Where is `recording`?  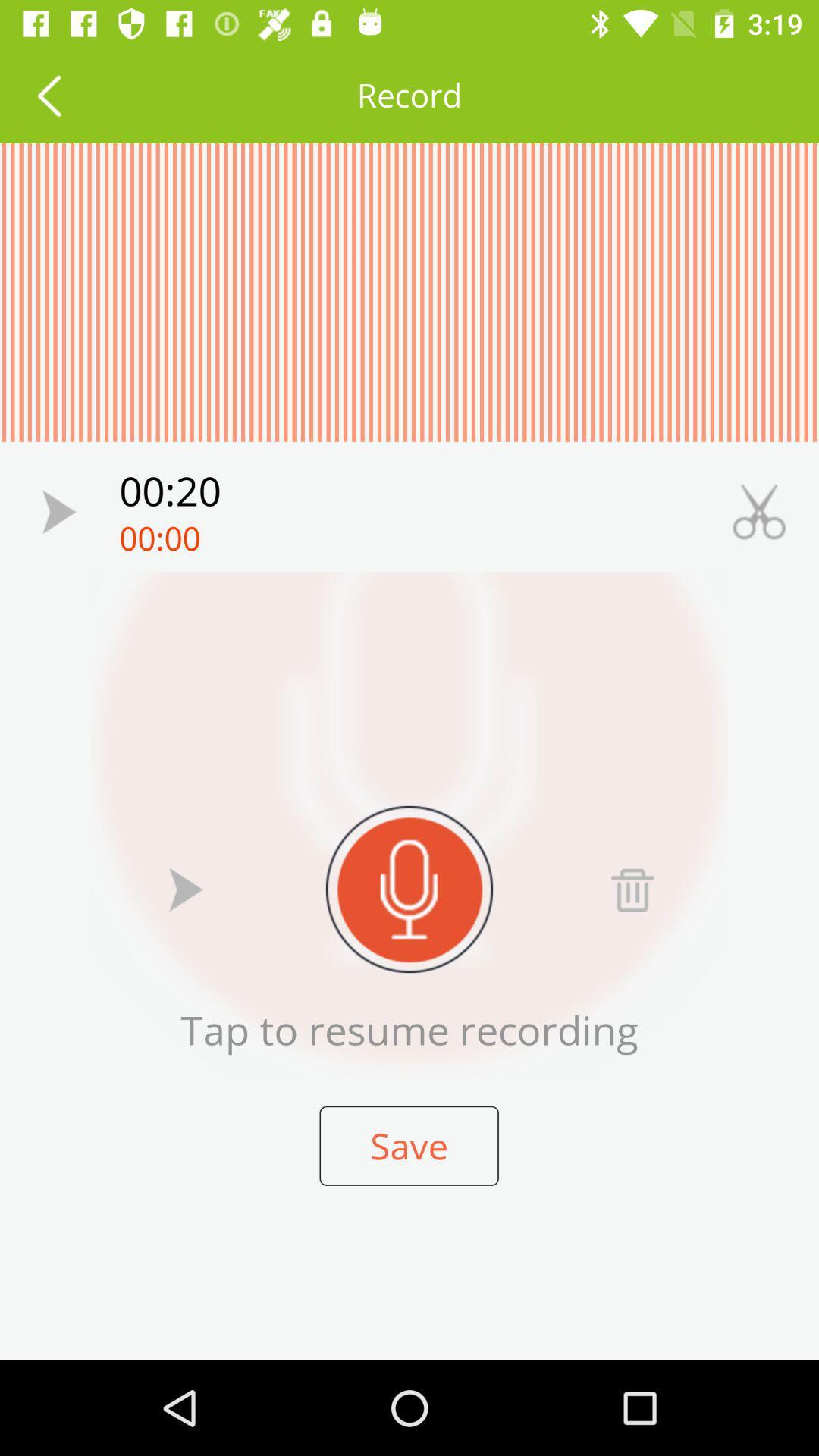
recording is located at coordinates (58, 512).